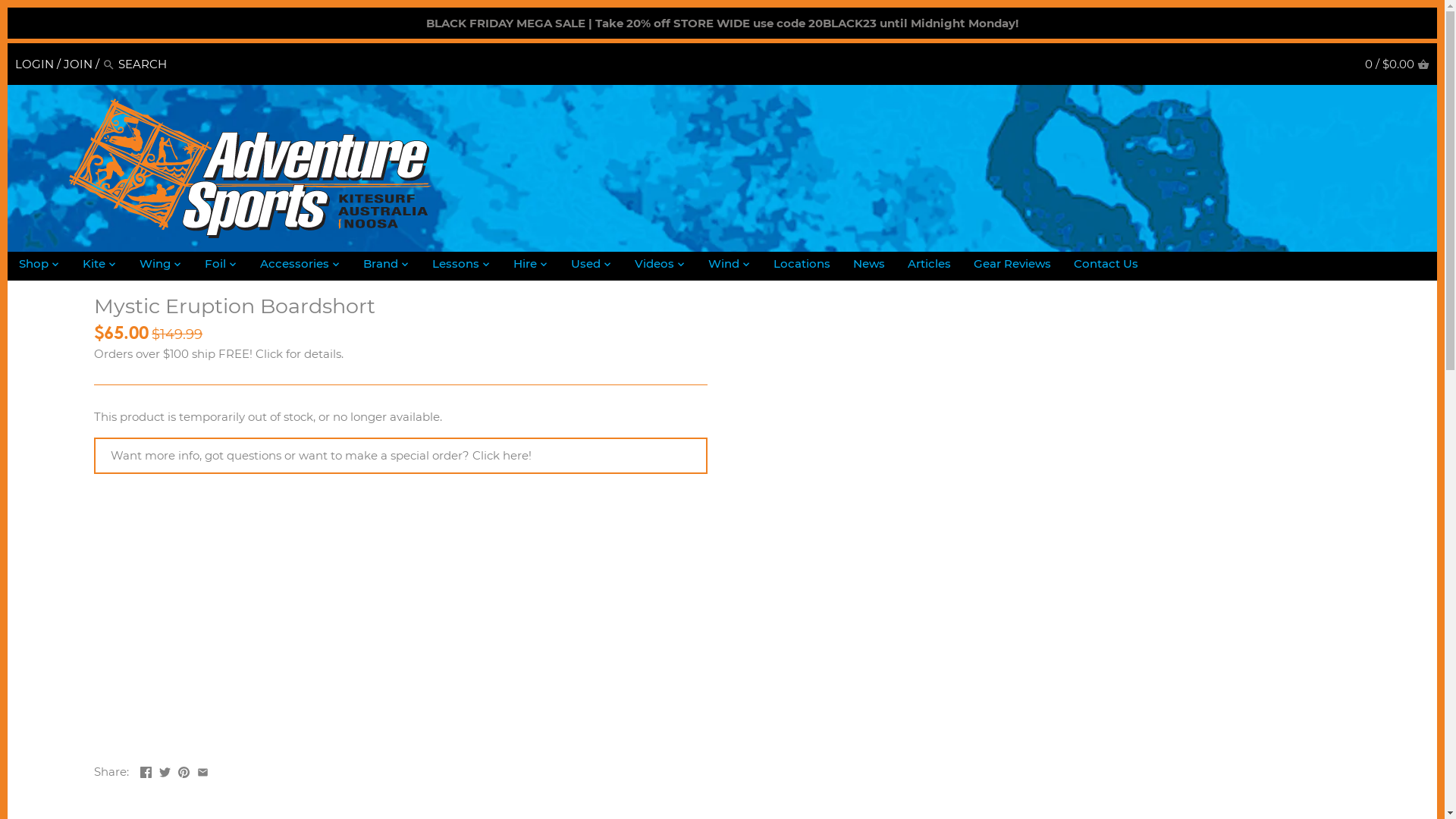 The image size is (1456, 819). Describe the element at coordinates (525, 265) in the screenshot. I see `'Hire'` at that location.